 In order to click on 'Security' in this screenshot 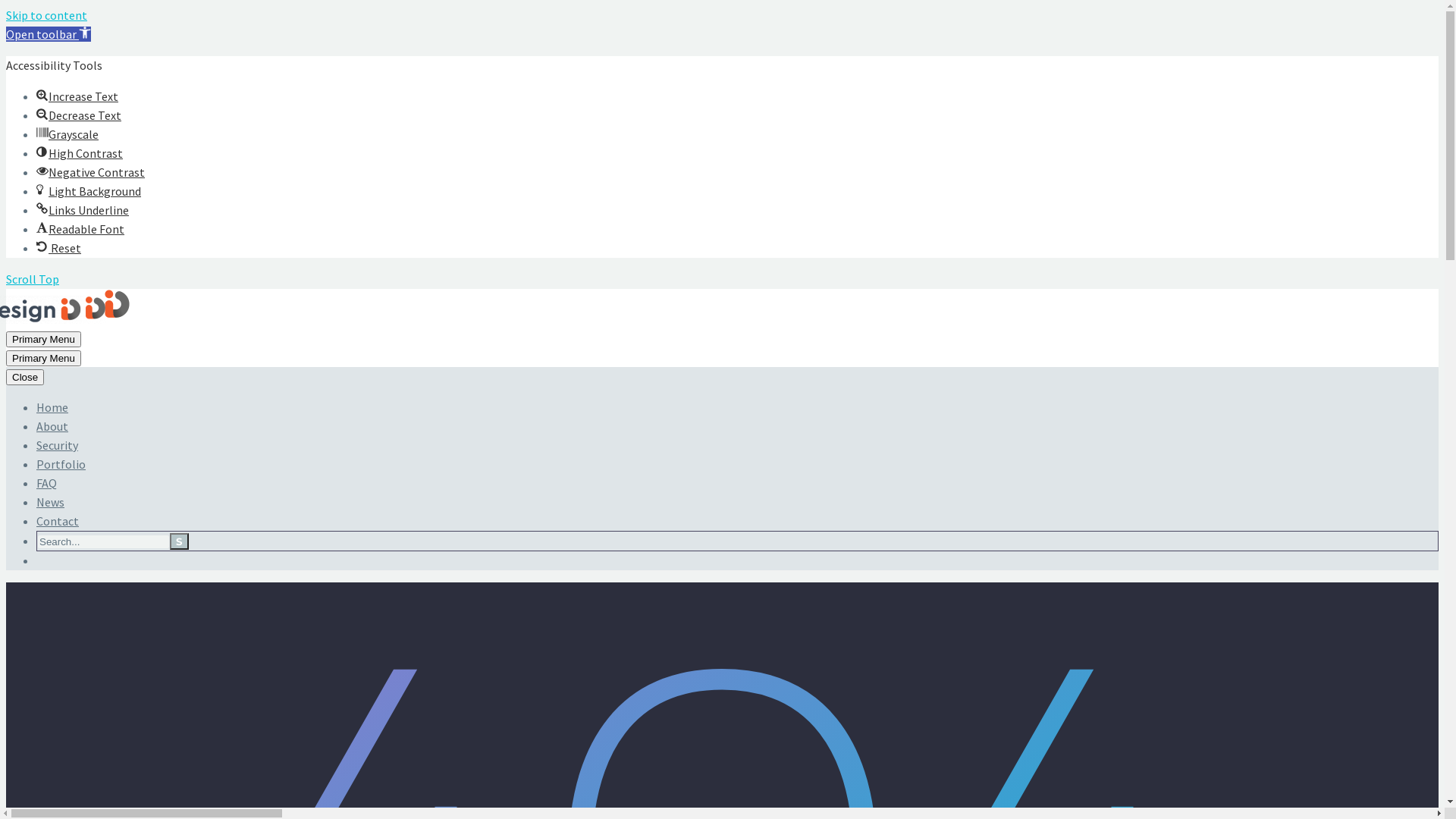, I will do `click(36, 444)`.